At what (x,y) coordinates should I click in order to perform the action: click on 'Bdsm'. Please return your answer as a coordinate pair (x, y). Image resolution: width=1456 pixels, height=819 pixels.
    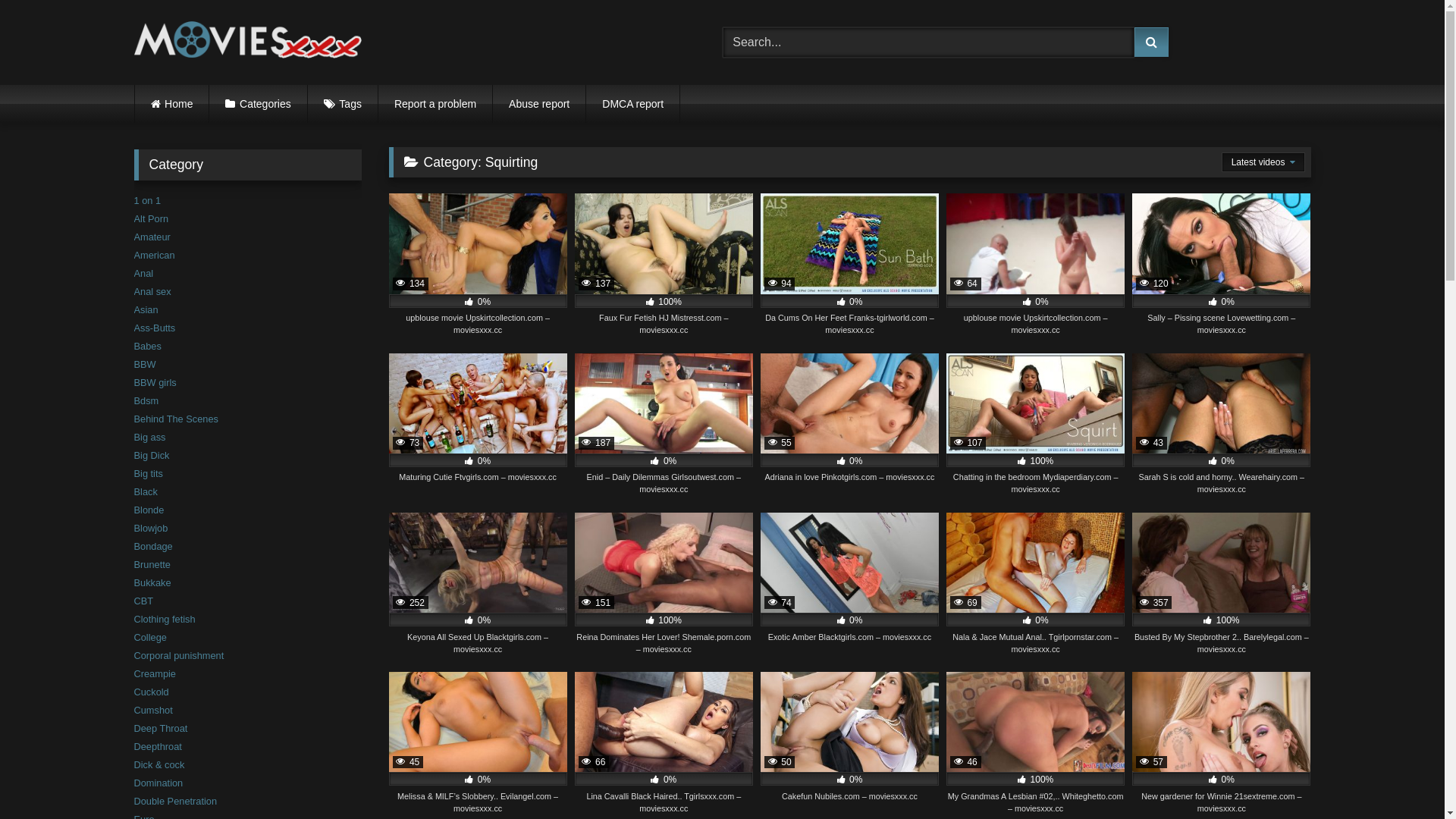
    Looking at the image, I should click on (146, 400).